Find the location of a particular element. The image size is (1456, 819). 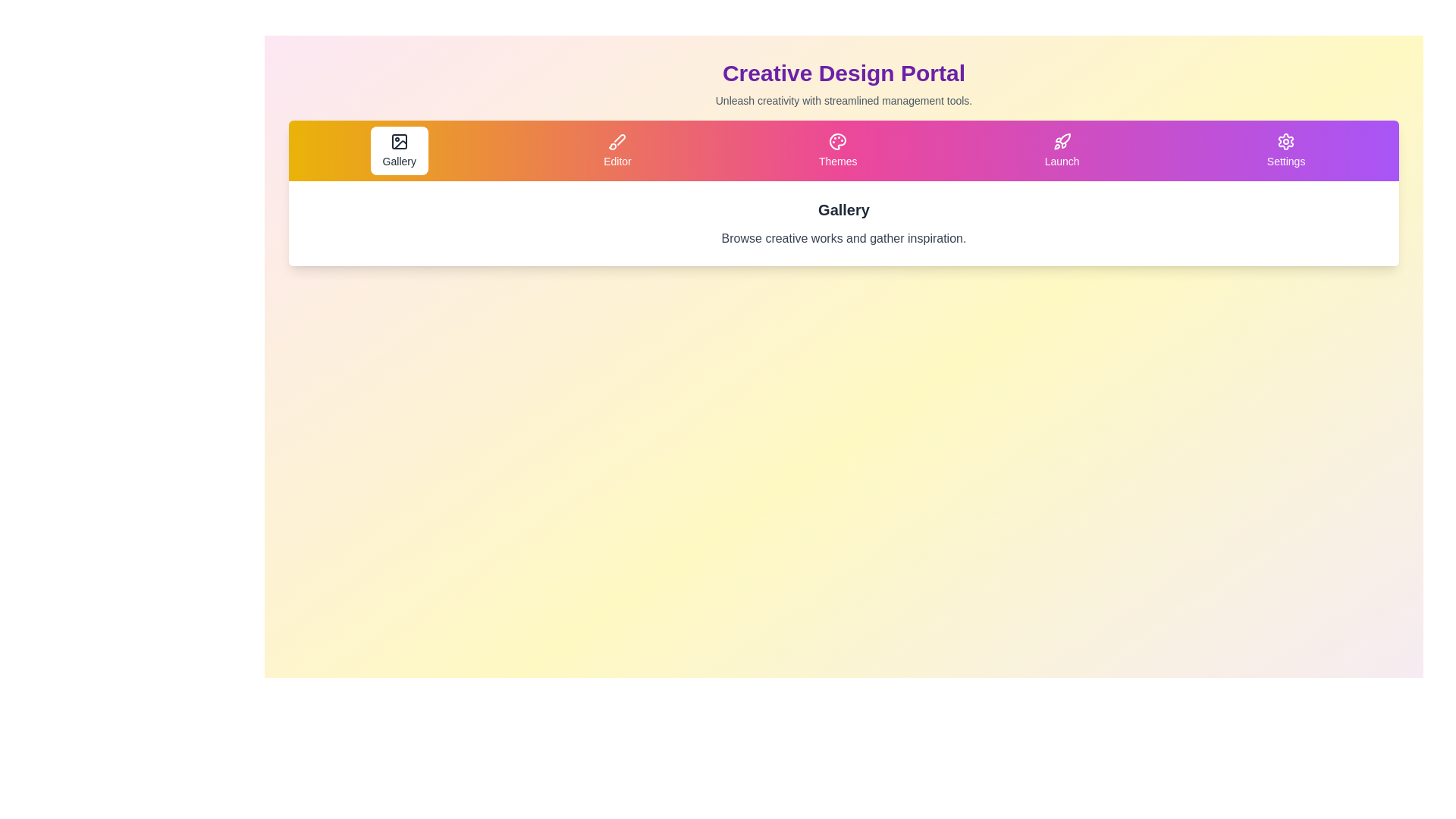

the 'Themes' navigation button located third from the left in the horizontal navigation bar is located at coordinates (837, 151).